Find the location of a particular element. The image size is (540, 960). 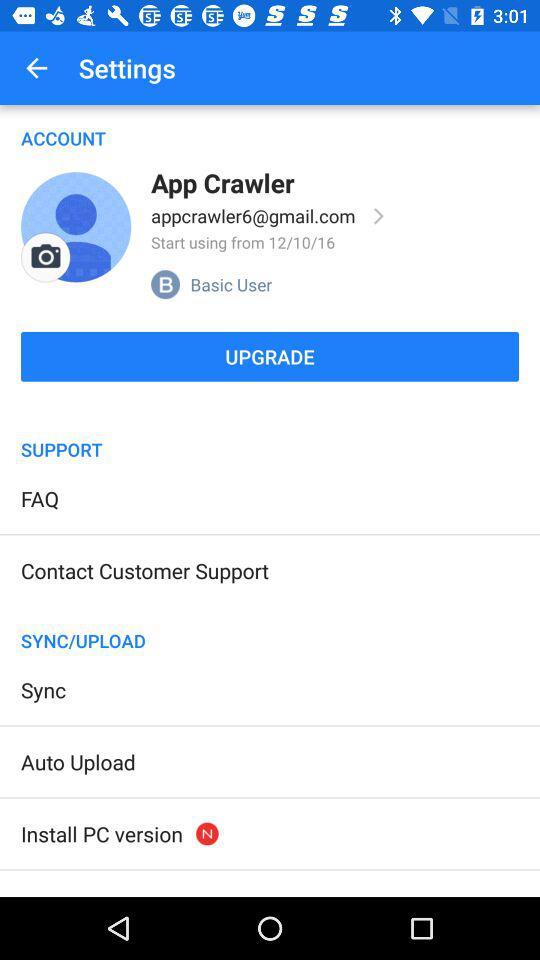

icon to the left of settings icon is located at coordinates (36, 68).